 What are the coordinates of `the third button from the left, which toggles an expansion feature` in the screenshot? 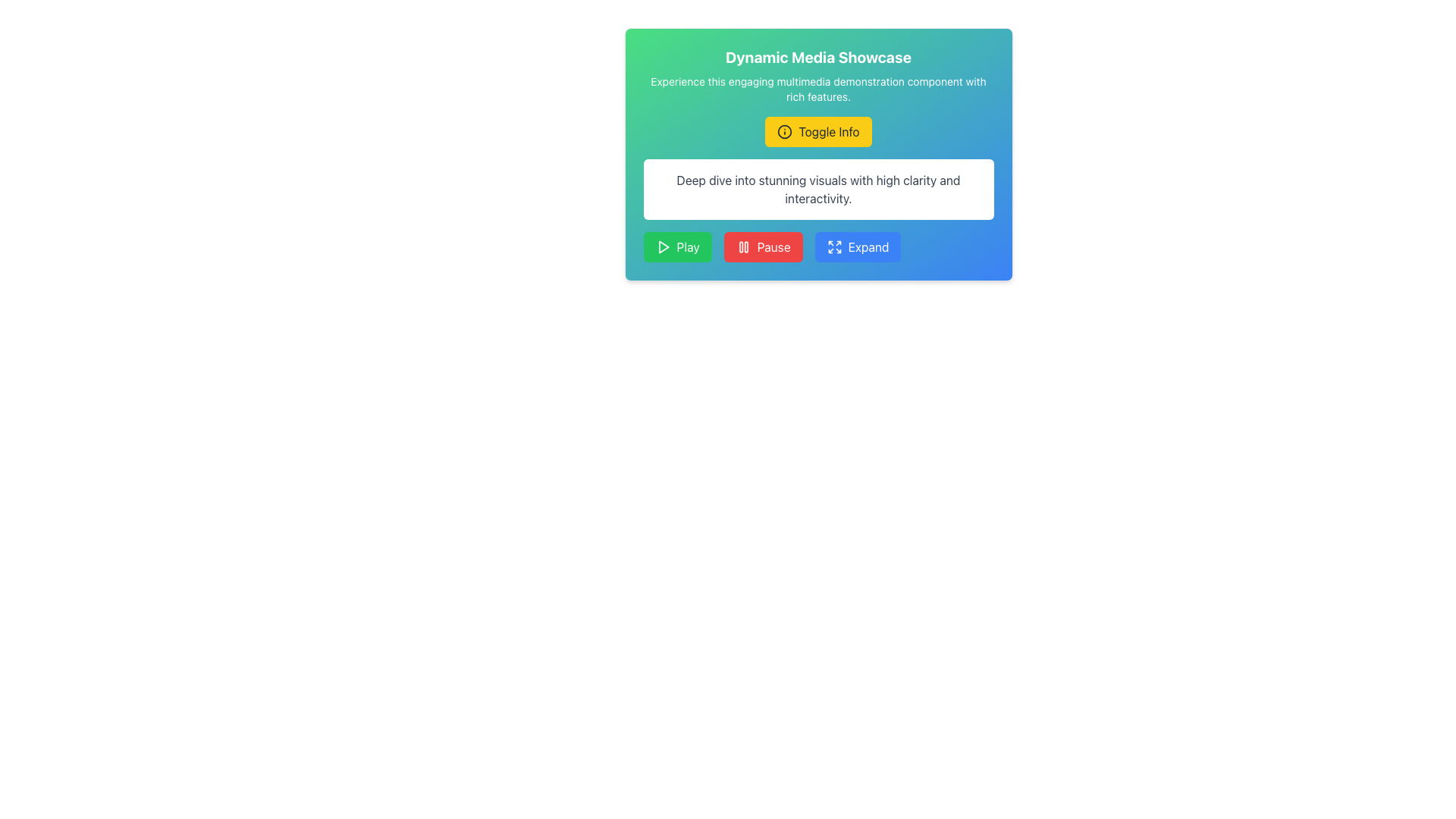 It's located at (858, 246).